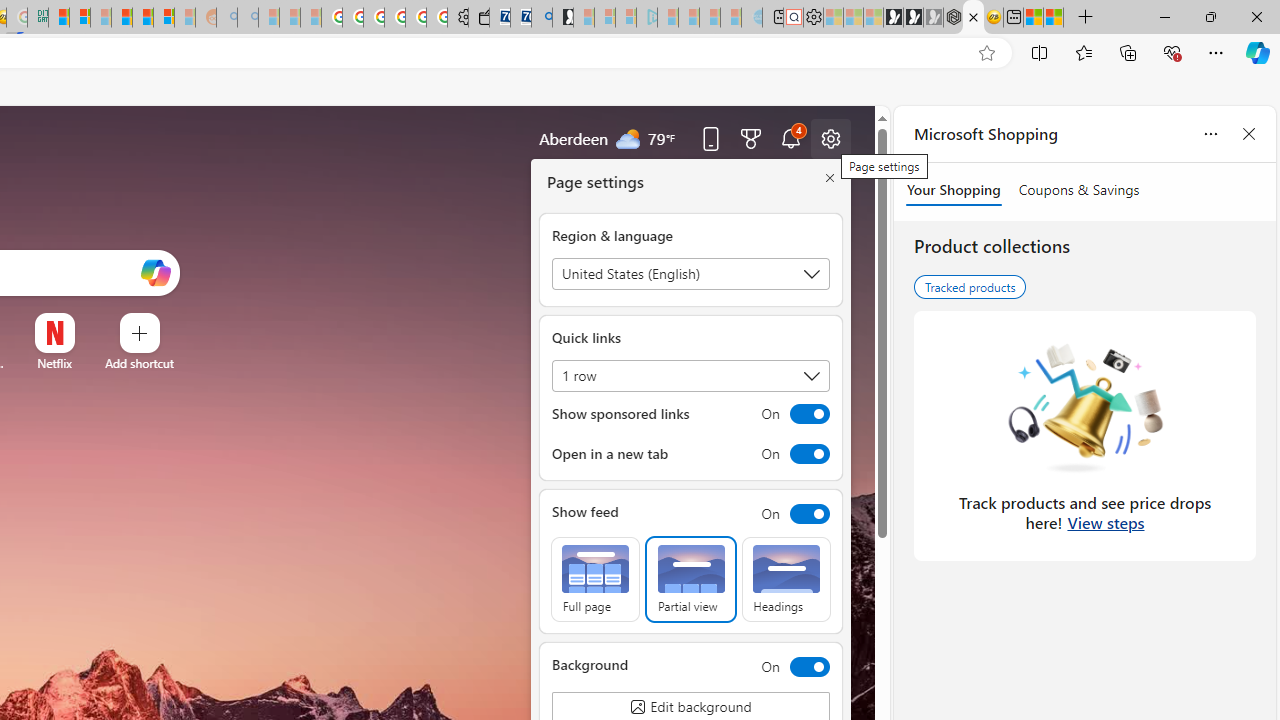 The height and width of the screenshot is (720, 1280). Describe the element at coordinates (831, 137) in the screenshot. I see `'Page settings'` at that location.